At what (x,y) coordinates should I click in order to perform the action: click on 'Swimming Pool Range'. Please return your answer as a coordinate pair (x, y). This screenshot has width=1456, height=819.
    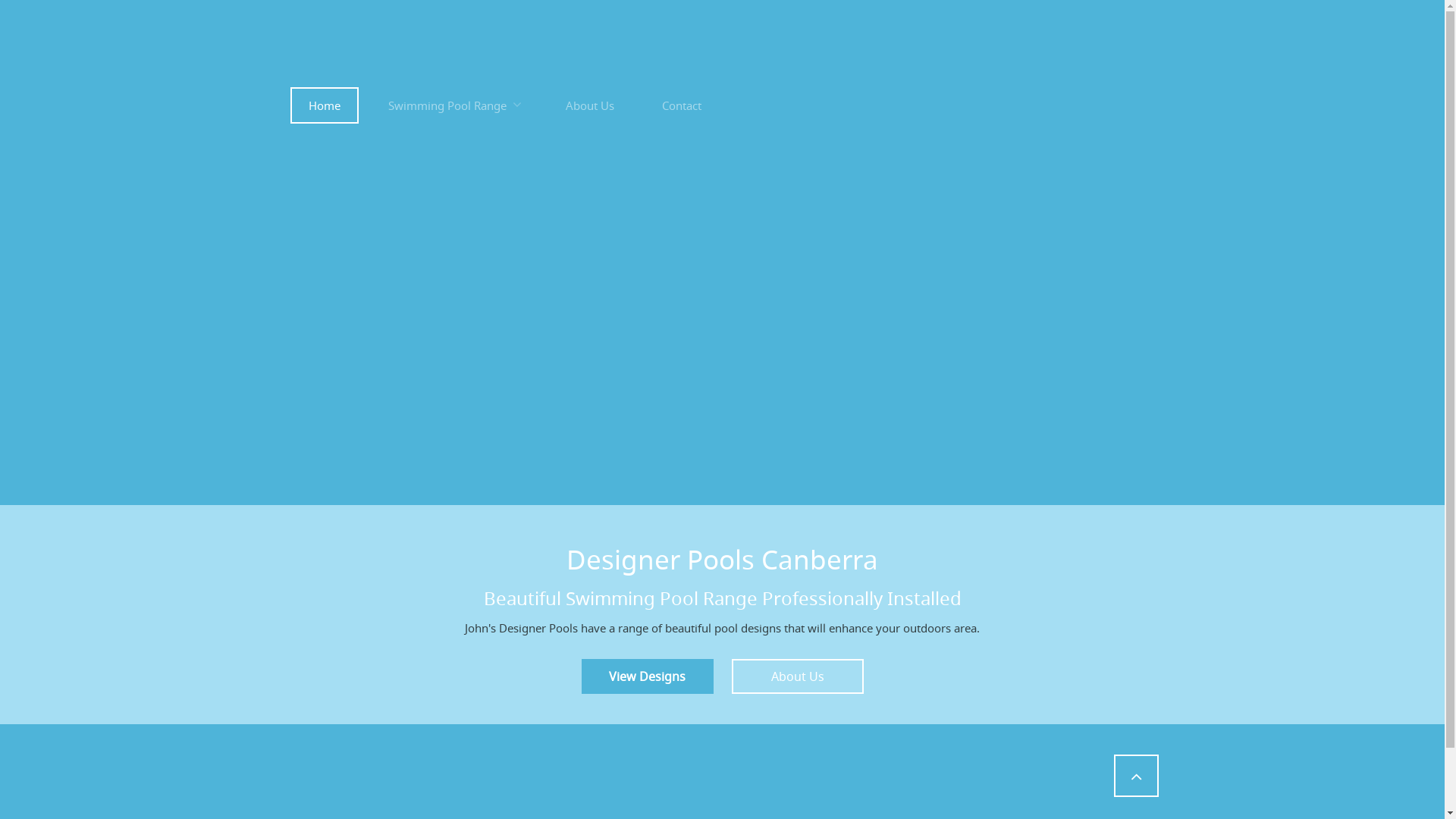
    Looking at the image, I should click on (452, 104).